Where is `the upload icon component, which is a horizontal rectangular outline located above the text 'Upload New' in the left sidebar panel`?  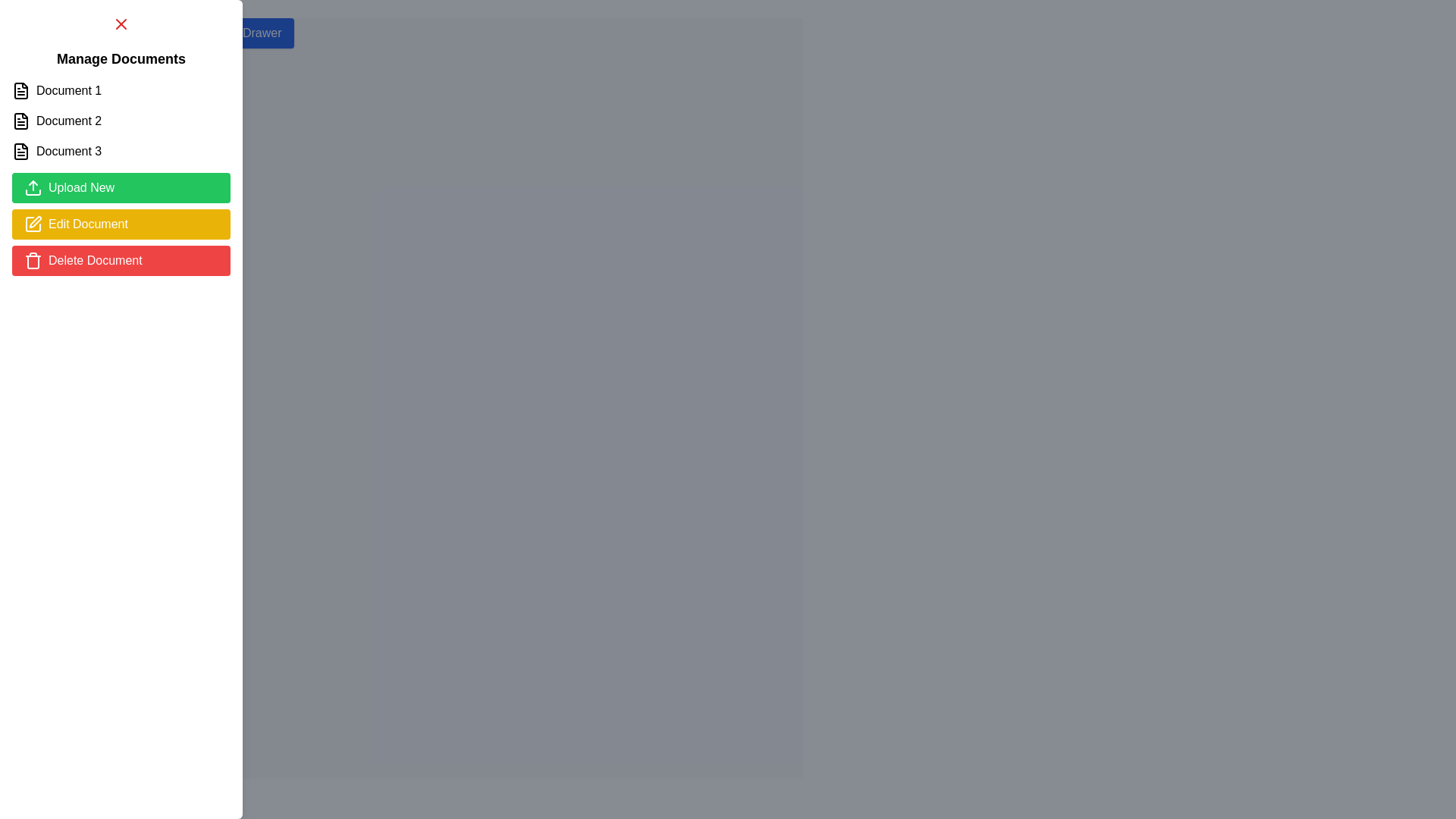
the upload icon component, which is a horizontal rectangular outline located above the text 'Upload New' in the left sidebar panel is located at coordinates (33, 192).